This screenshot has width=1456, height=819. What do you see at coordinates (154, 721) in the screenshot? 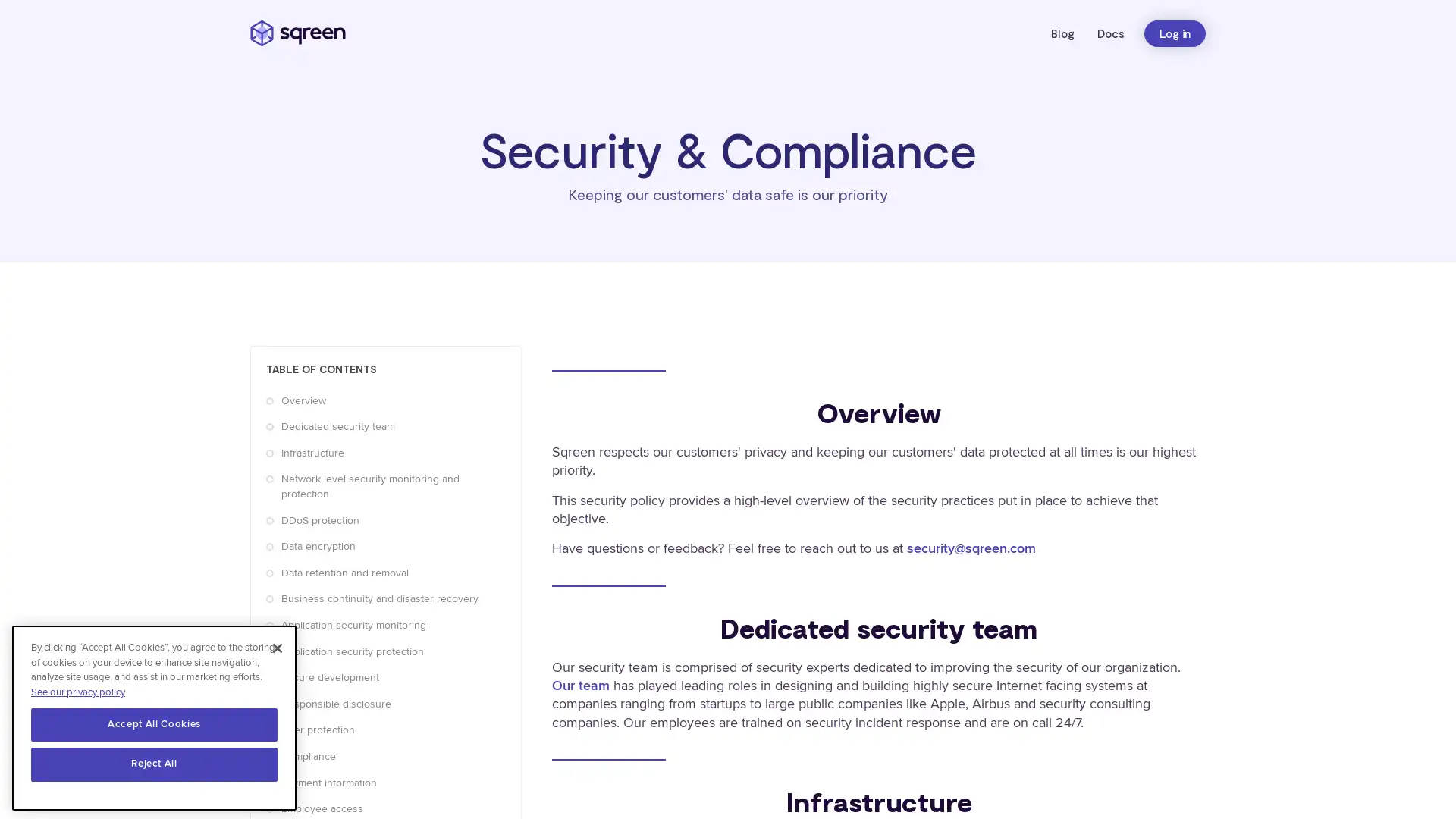
I see `Accept All Cookies` at bounding box center [154, 721].